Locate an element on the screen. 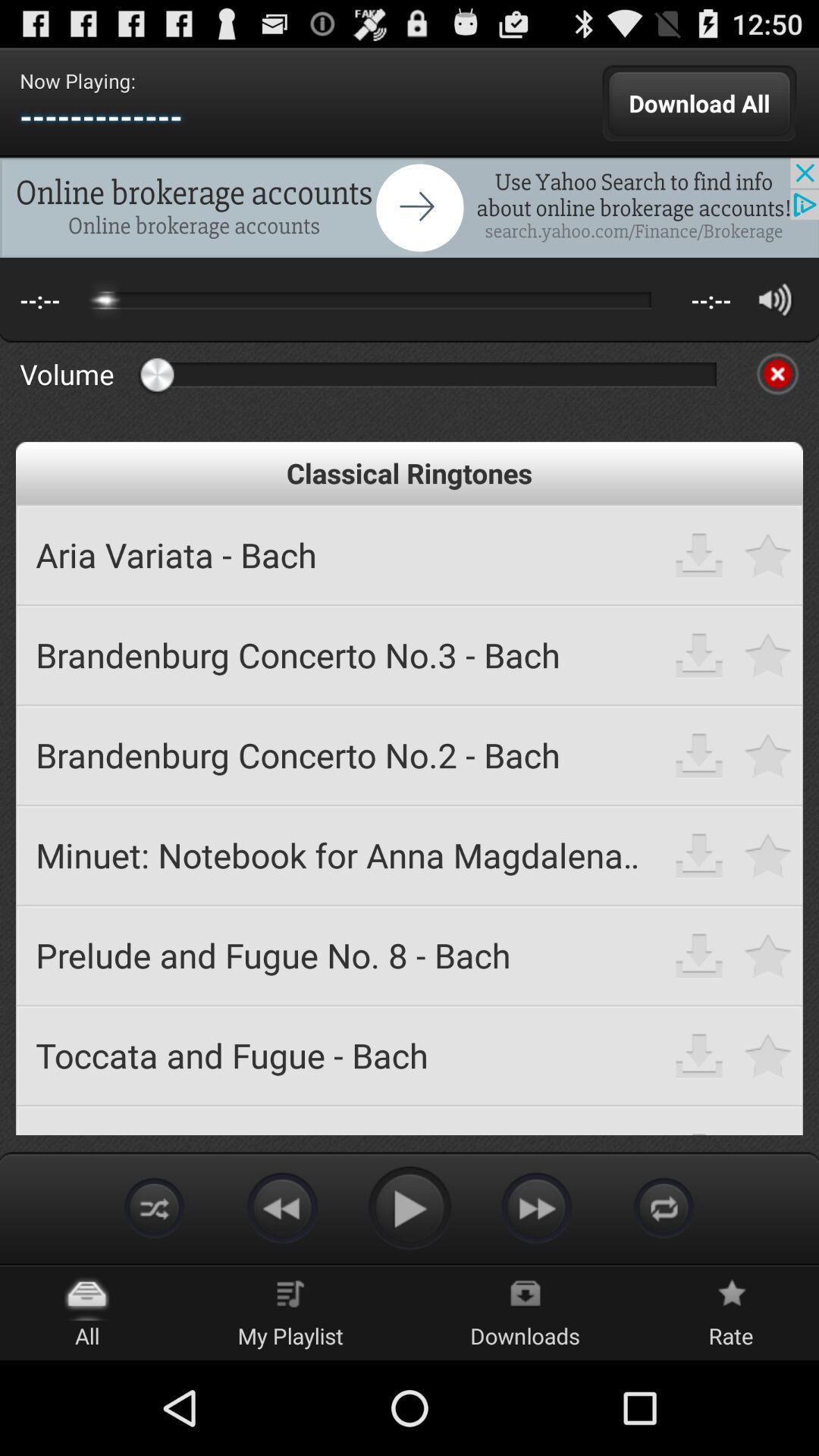  download ringtone is located at coordinates (699, 654).